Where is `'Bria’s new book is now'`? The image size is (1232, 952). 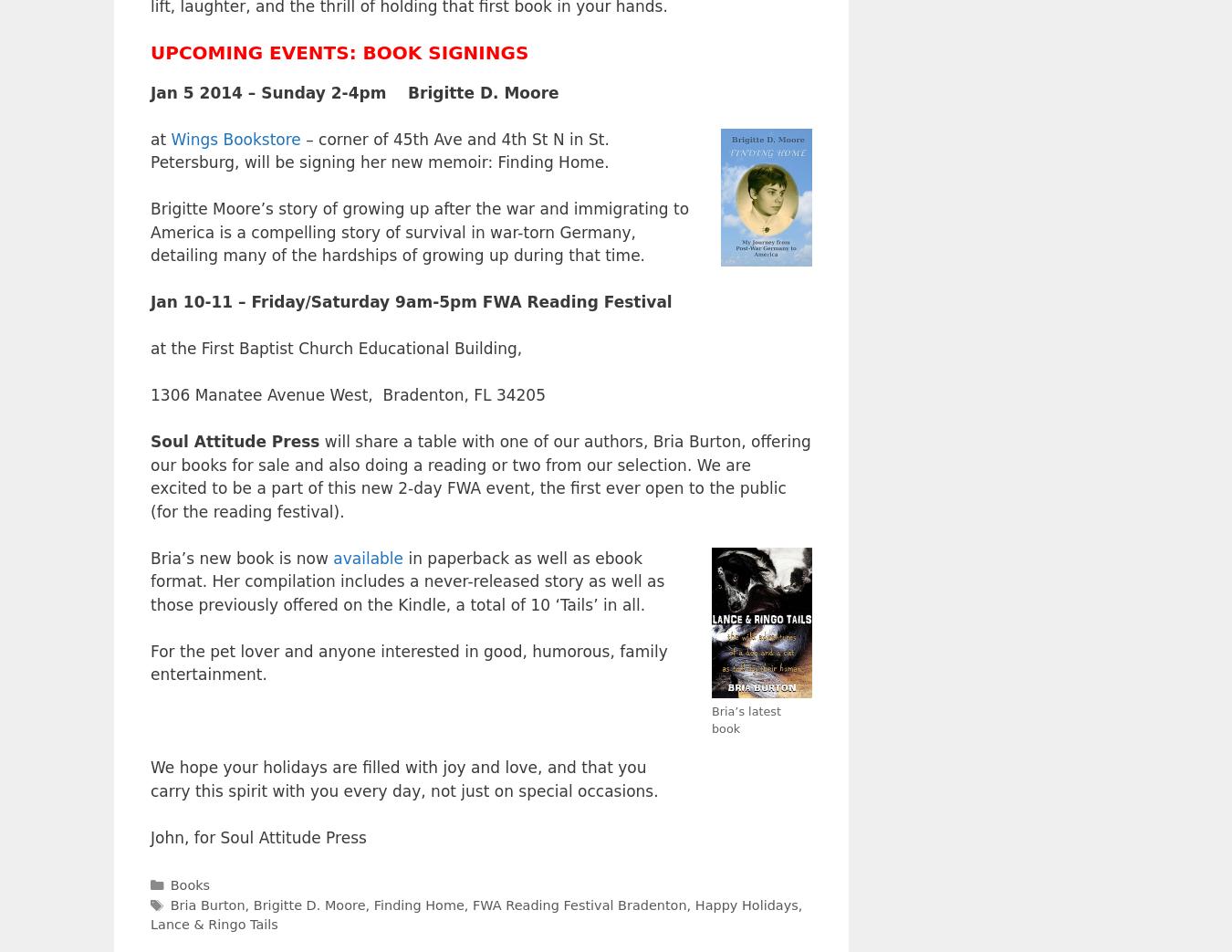
'Bria’s new book is now' is located at coordinates (150, 556).